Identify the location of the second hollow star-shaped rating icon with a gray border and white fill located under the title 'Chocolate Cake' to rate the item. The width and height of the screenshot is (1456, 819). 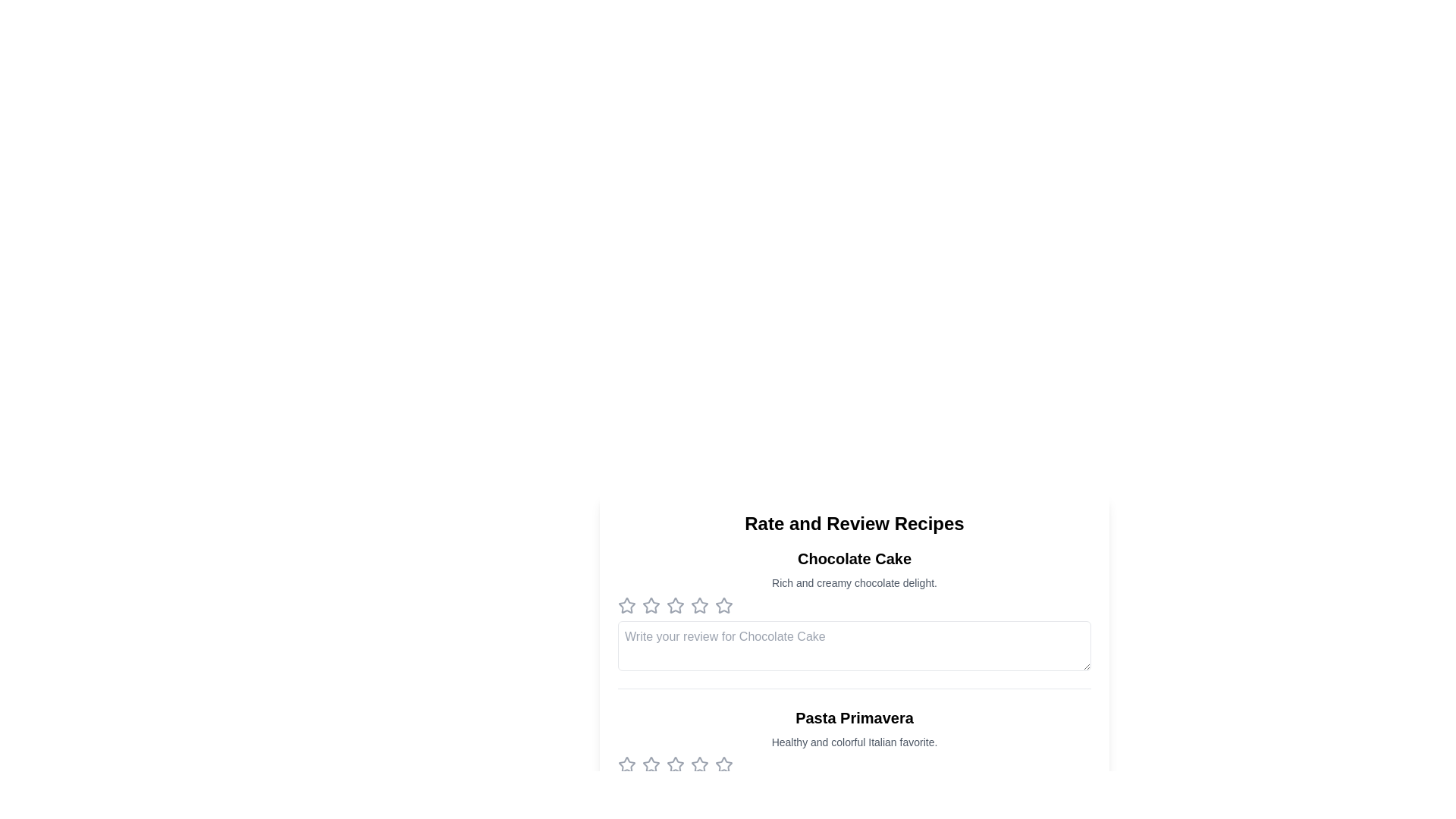
(651, 604).